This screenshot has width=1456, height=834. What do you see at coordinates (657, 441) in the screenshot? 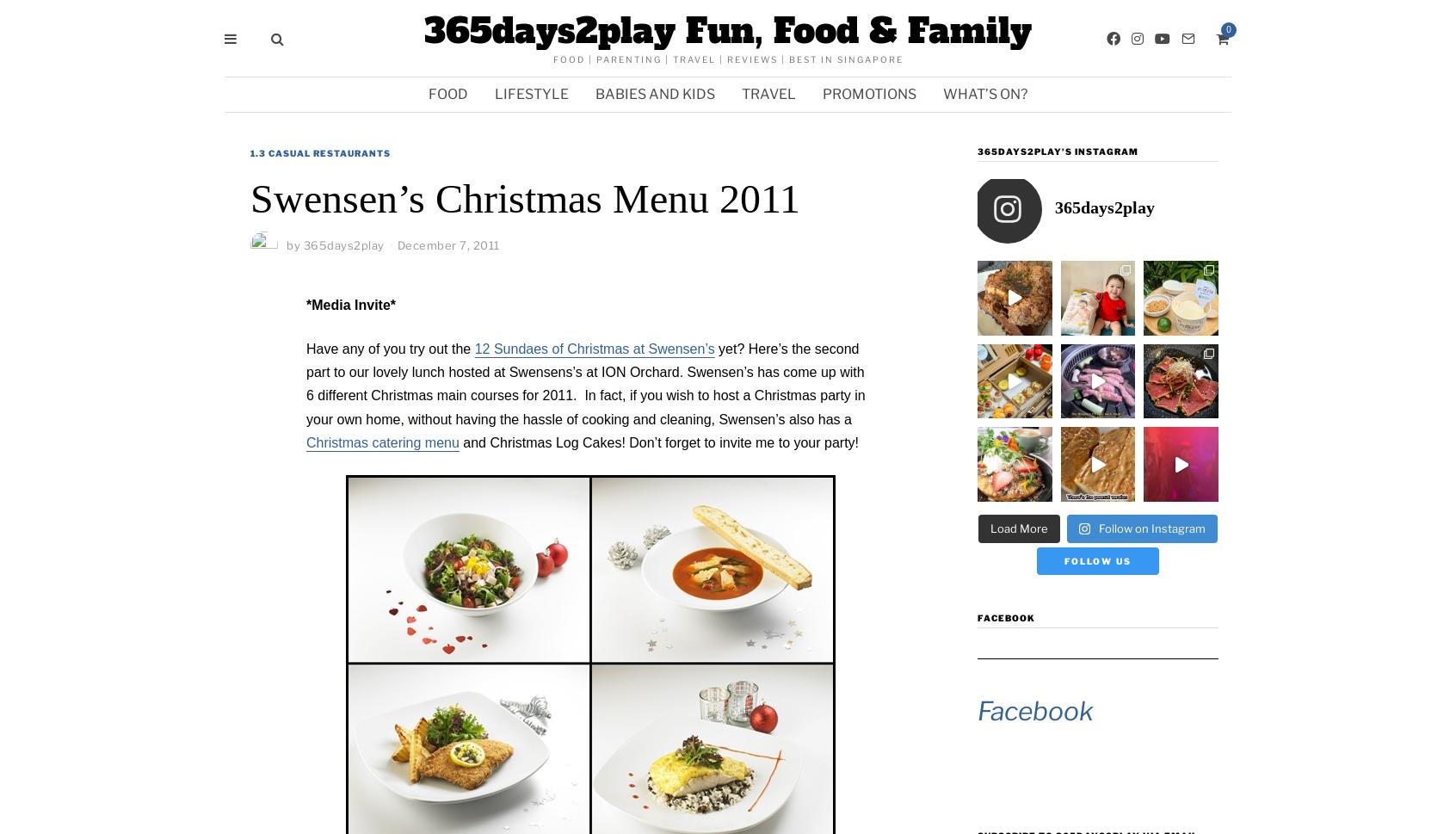
I see `'and Christmas Log Cakes! Don’t forget to invite me to your party!'` at bounding box center [657, 441].